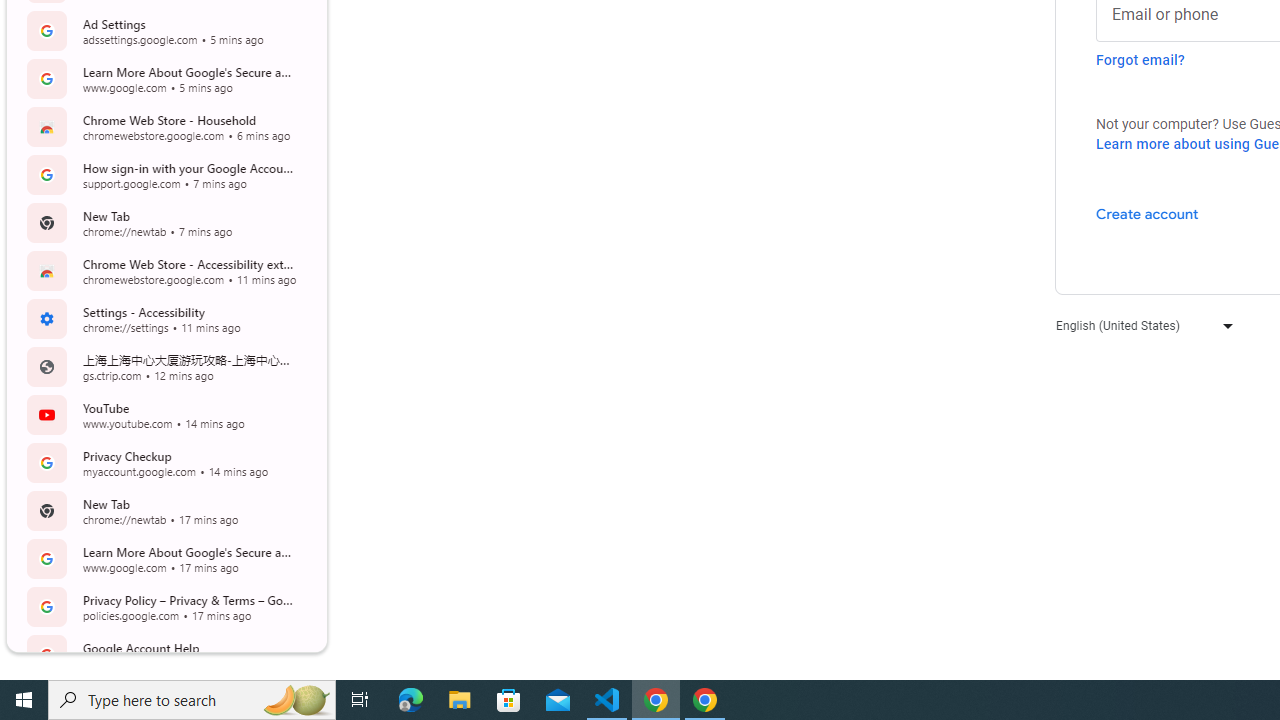 The width and height of the screenshot is (1280, 720). I want to click on 'Ad Settings adssettings.google.com 5 mins ago Open Tab', so click(164, 30).